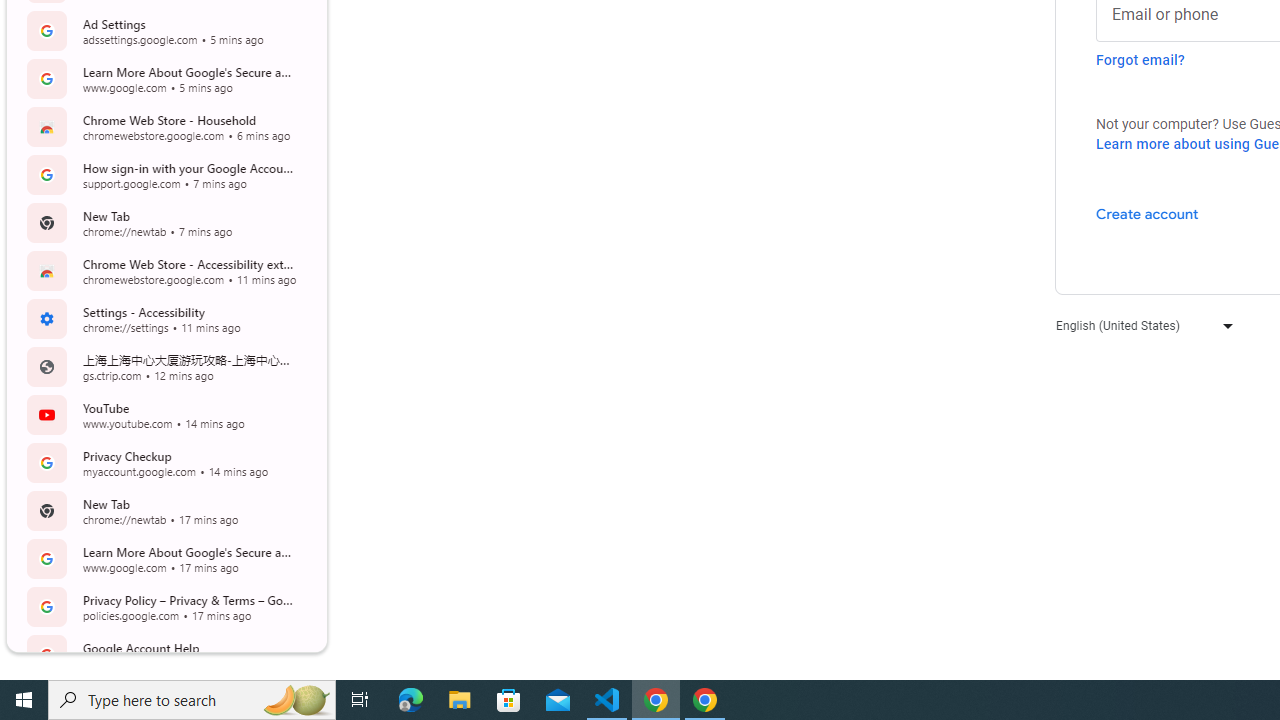 The width and height of the screenshot is (1280, 720). I want to click on 'Ad Settings adssettings.google.com 5 mins ago Open Tab', so click(164, 30).